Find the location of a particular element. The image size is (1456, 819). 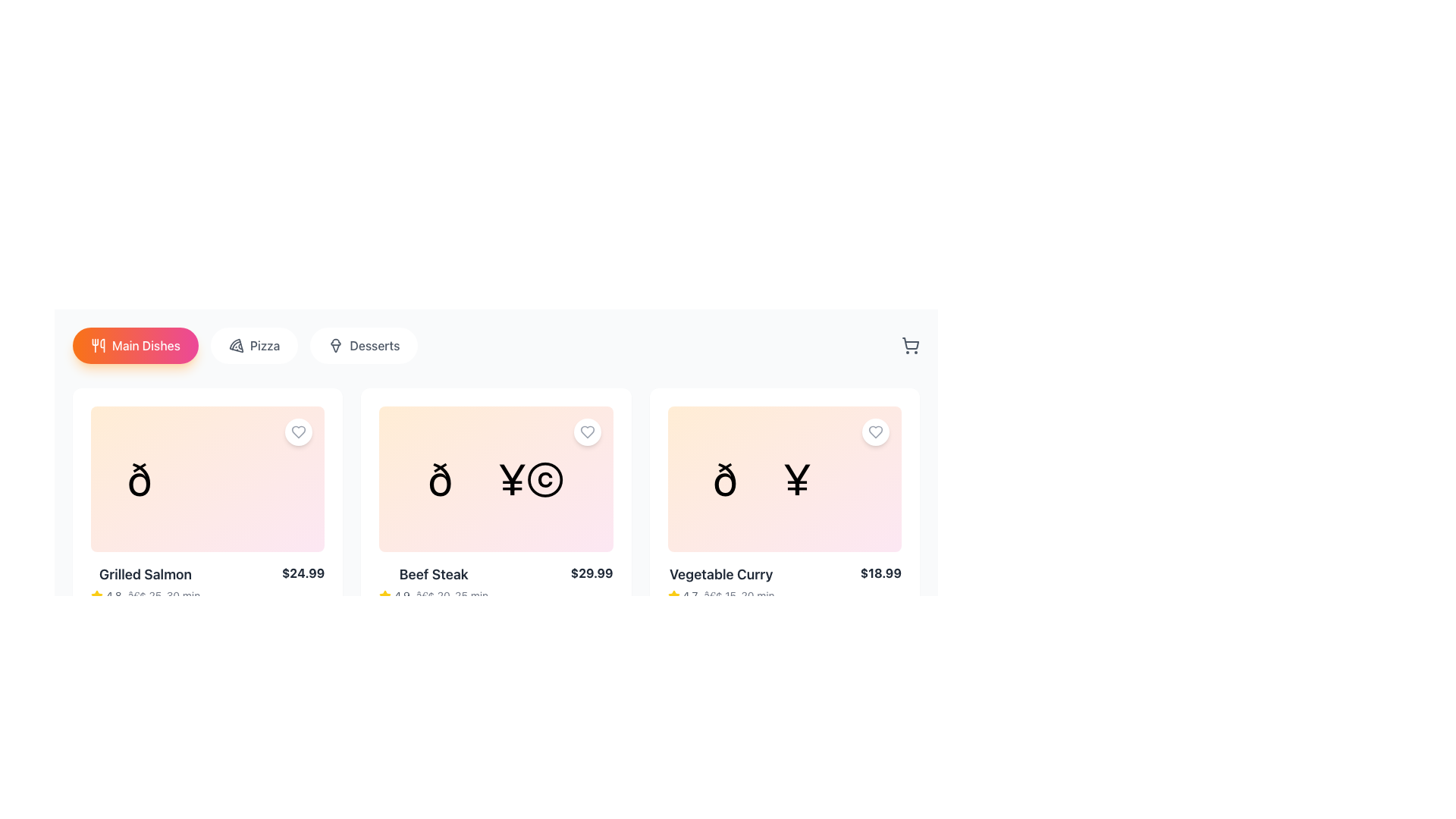

the heart-shaped icon in the top-right corner of the 'Vegetable Curry' item card is located at coordinates (876, 432).